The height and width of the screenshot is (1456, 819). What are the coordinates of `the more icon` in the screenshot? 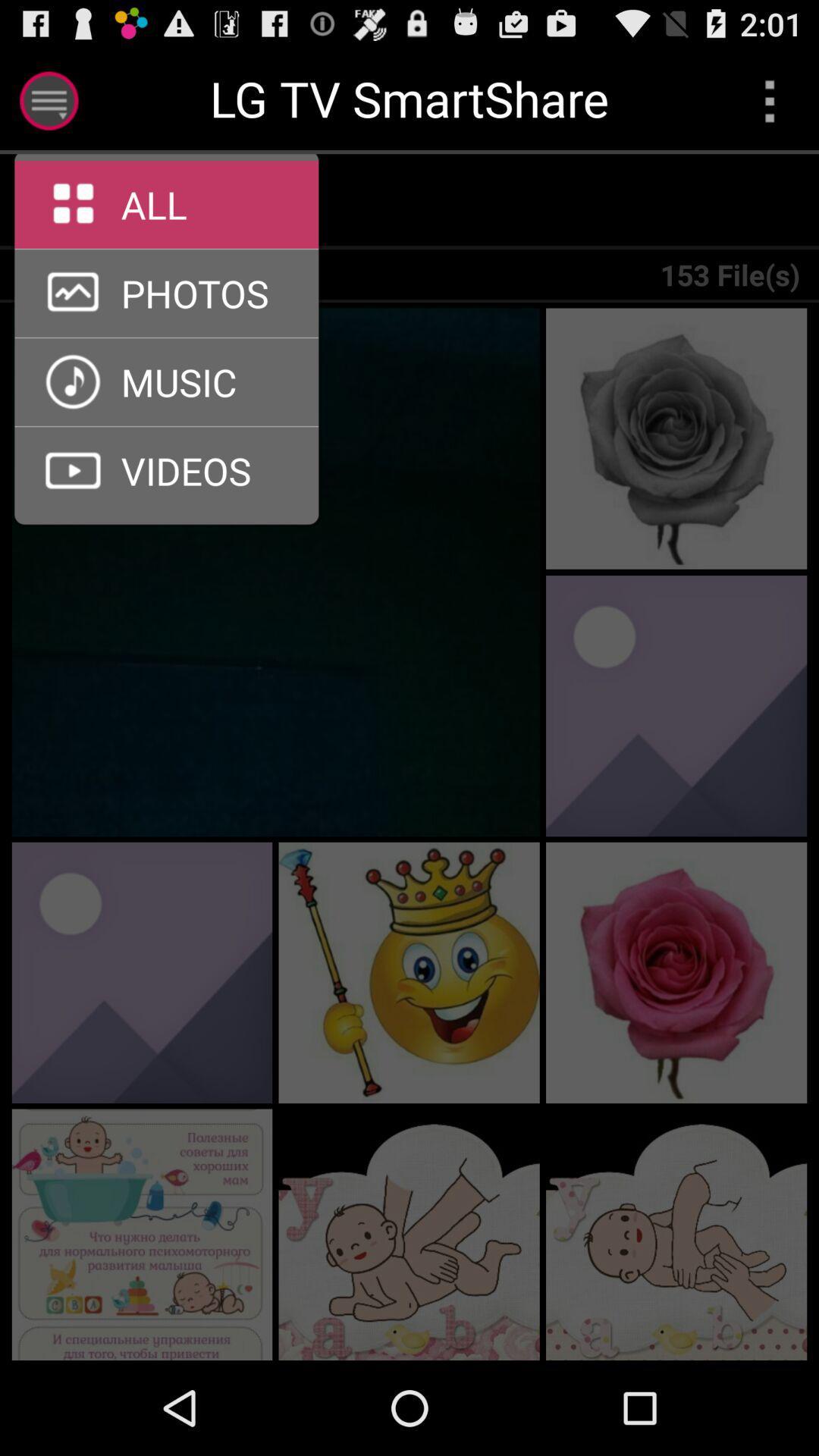 It's located at (770, 107).